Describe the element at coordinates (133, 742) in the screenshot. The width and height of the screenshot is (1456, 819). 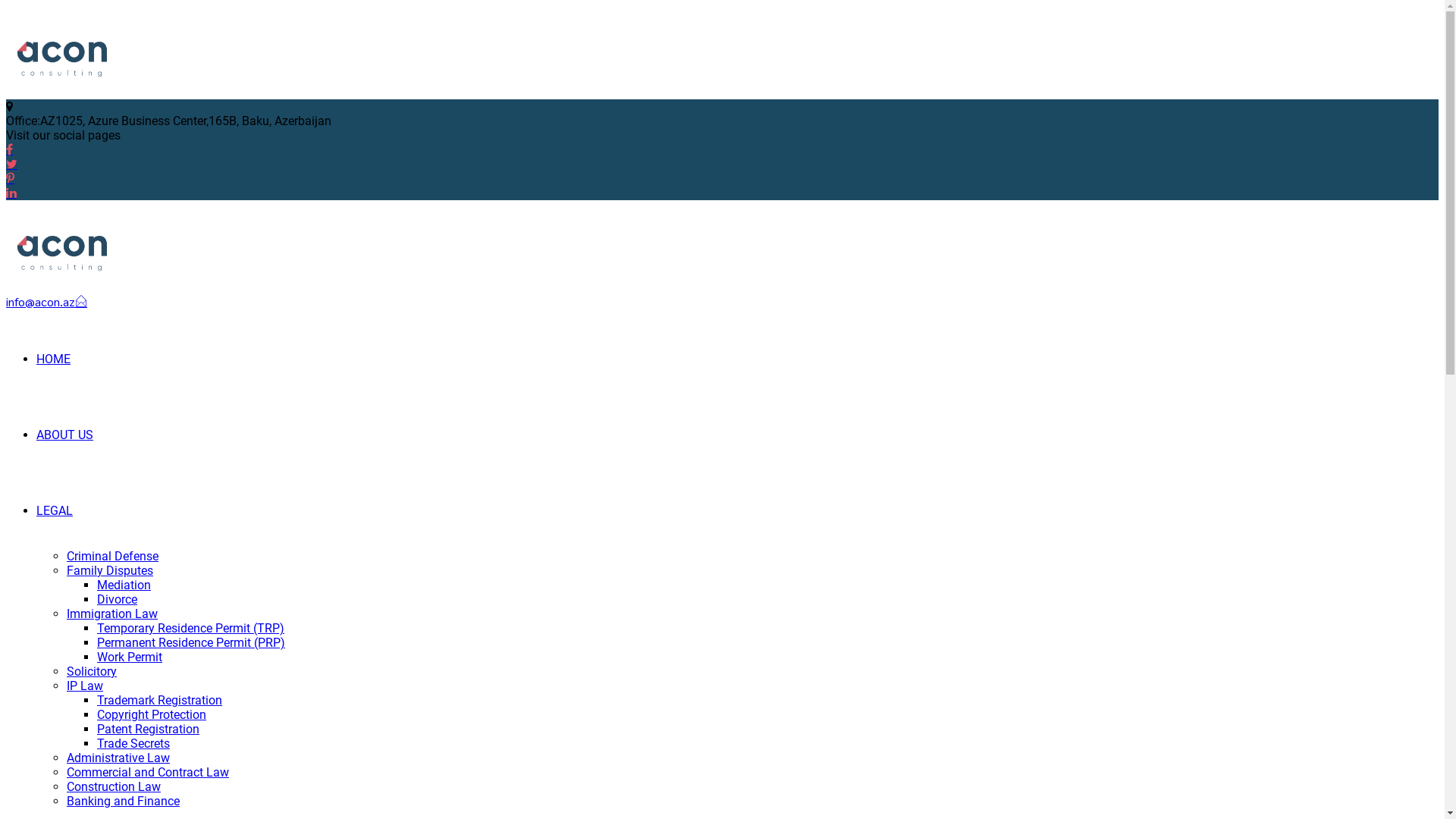
I see `'Trade Secrets'` at that location.